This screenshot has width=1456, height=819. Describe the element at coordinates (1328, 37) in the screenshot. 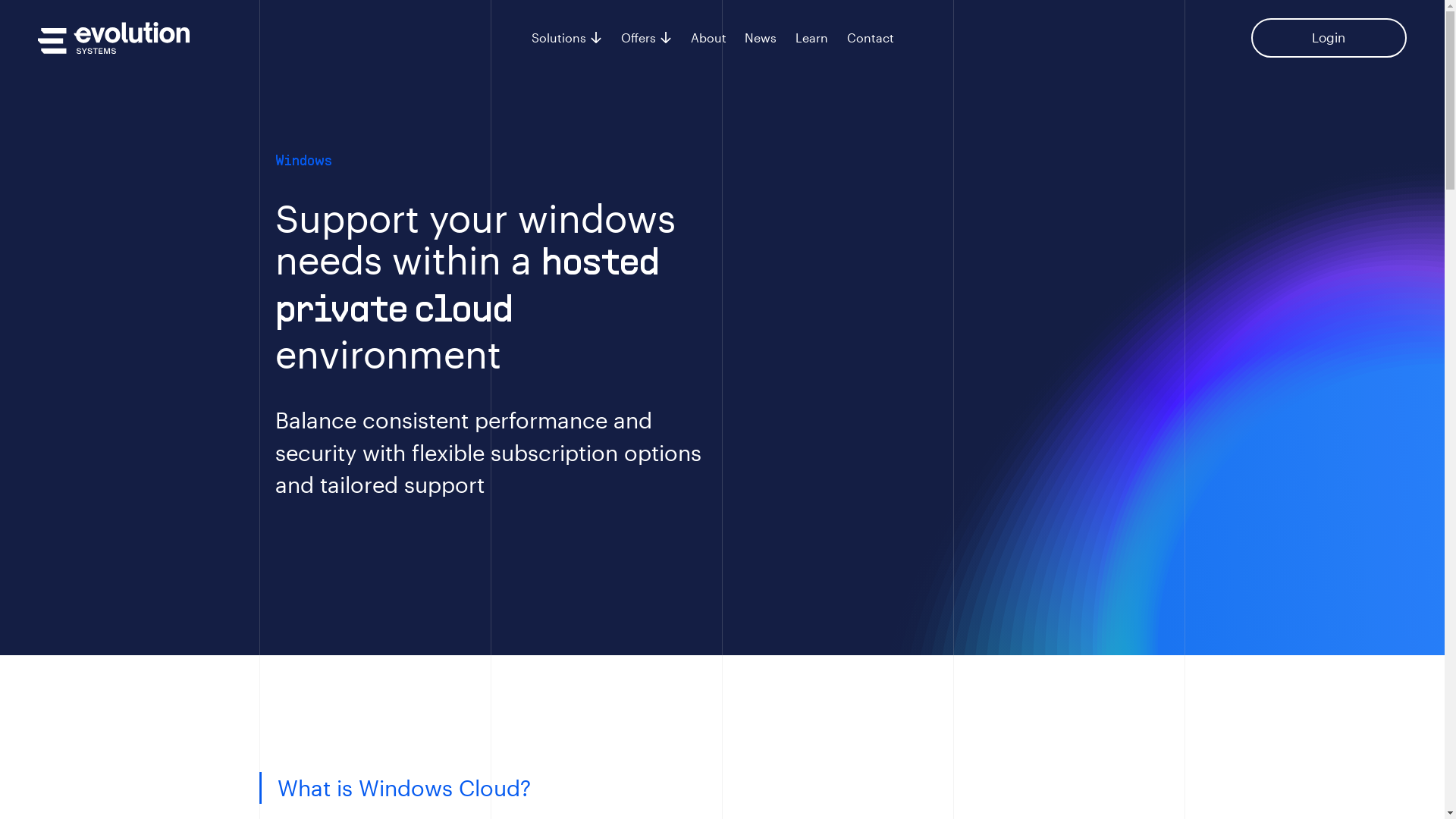

I see `'Login'` at that location.